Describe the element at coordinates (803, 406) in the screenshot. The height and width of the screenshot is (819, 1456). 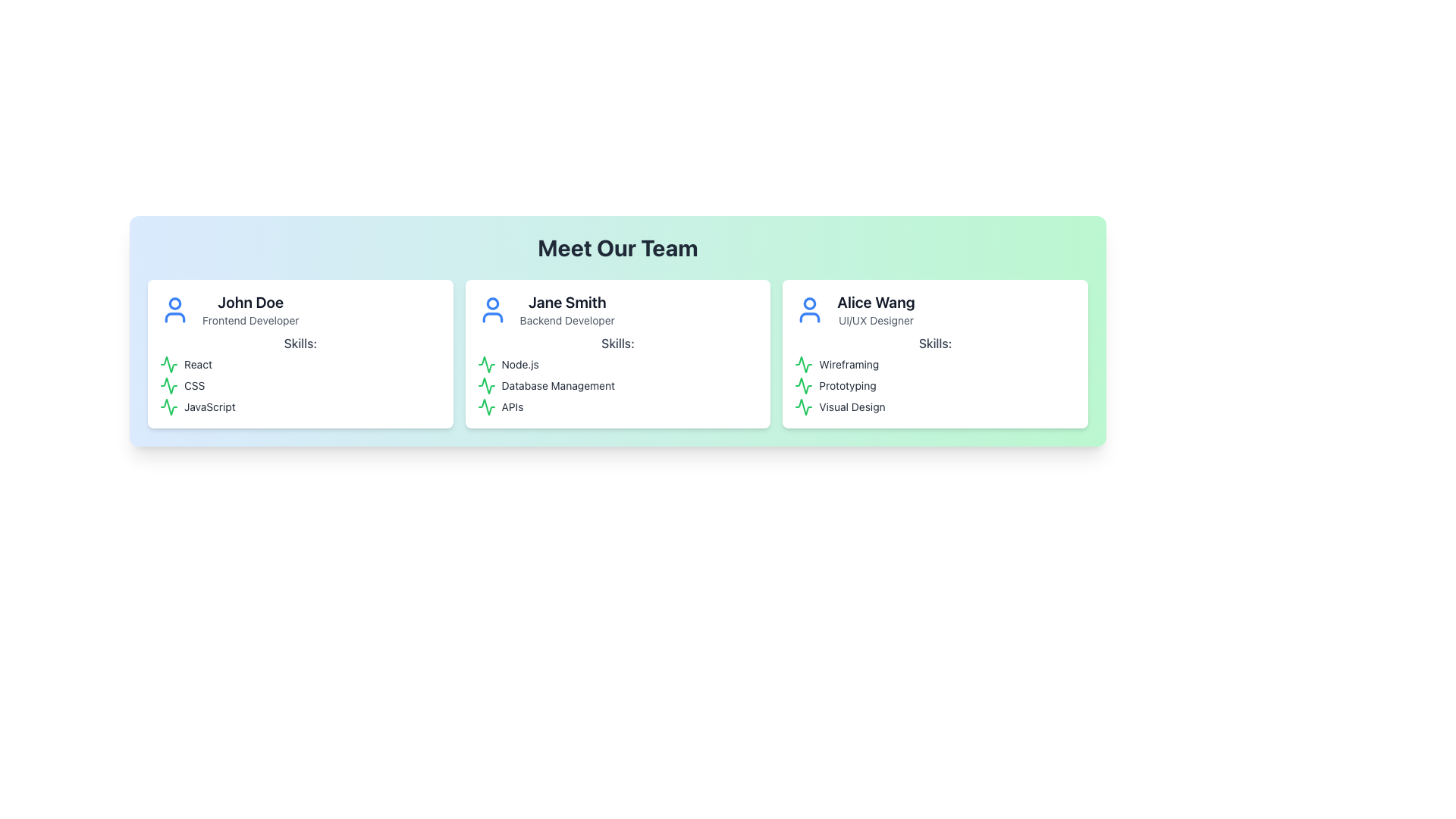
I see `the visual indicator icon associated with the text 'Visual Design' in the third team member profile card under the 'Skills' section` at that location.